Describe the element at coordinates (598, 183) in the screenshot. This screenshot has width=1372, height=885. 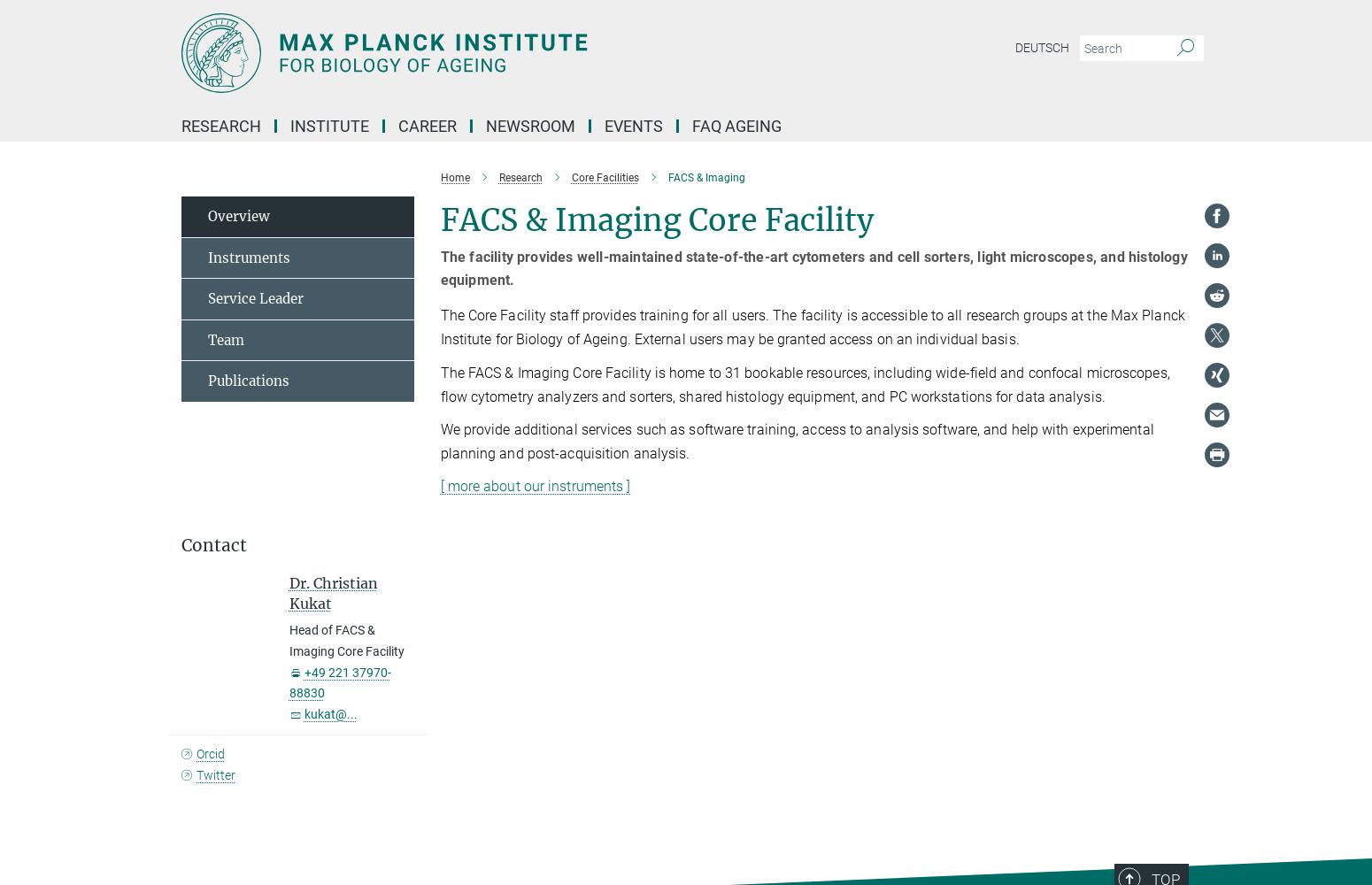
I see `'Organisation'` at that location.